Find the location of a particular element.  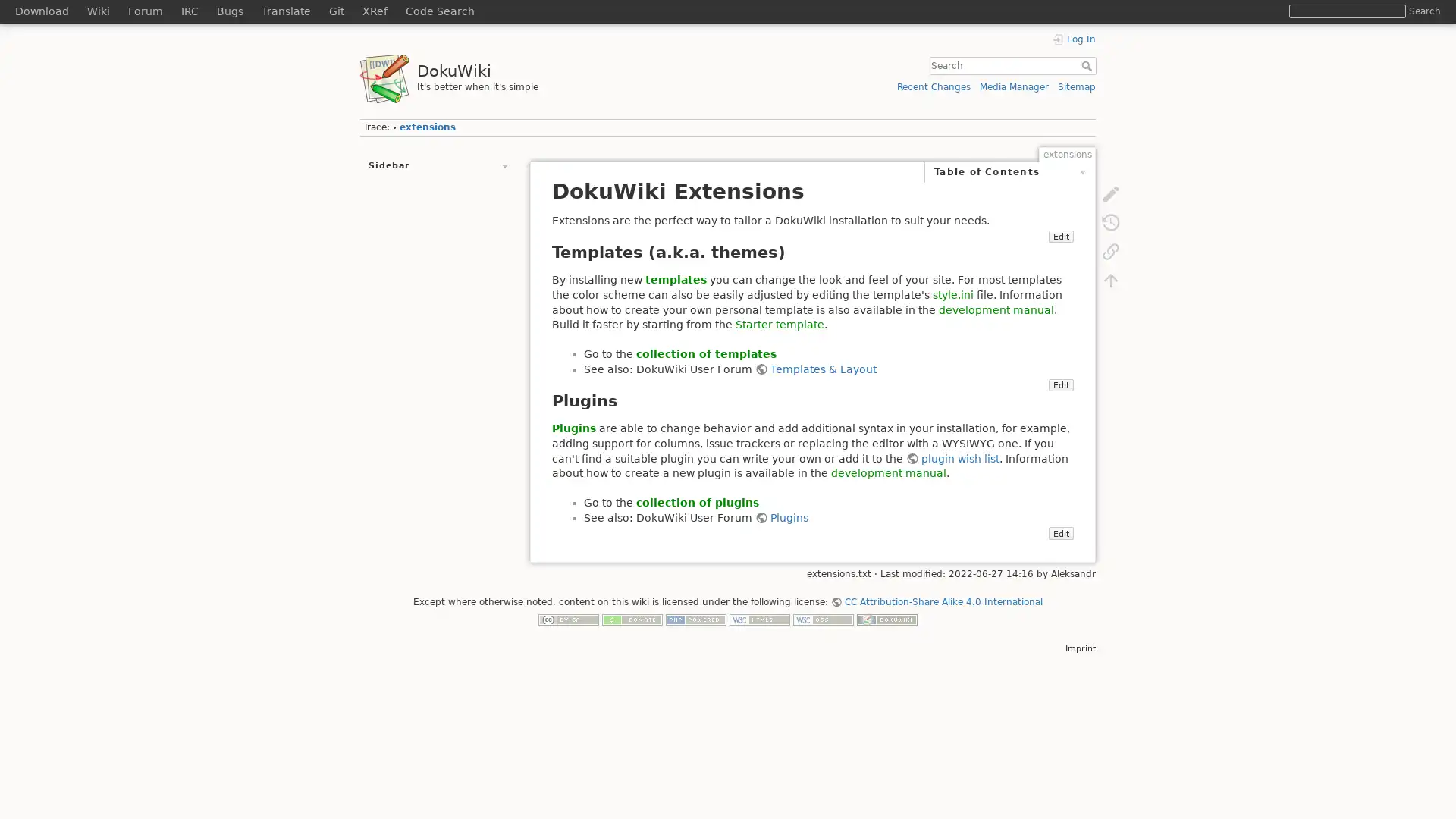

Edit is located at coordinates (1059, 399).